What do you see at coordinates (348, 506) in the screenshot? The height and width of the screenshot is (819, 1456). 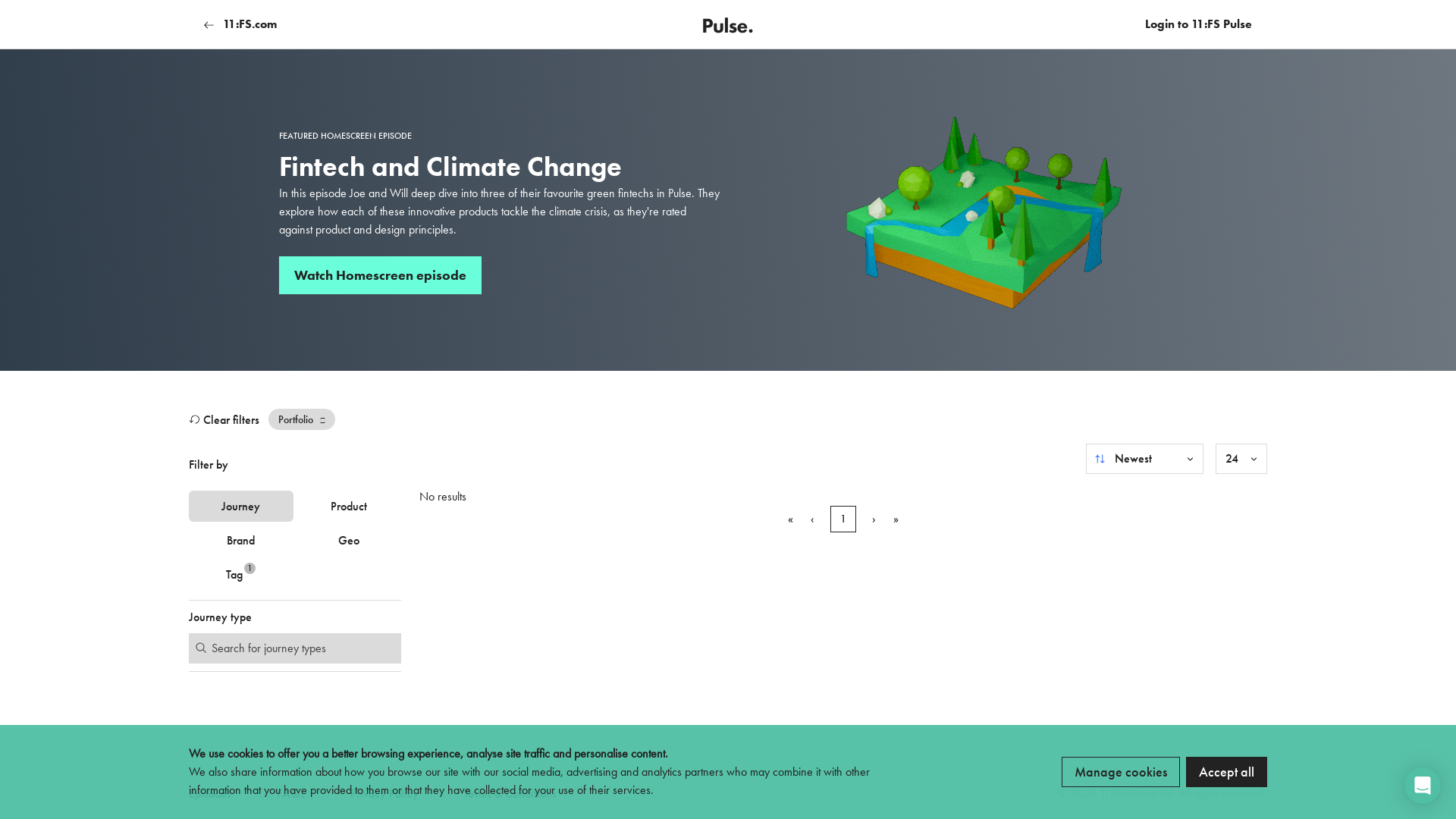 I see `'Product'` at bounding box center [348, 506].